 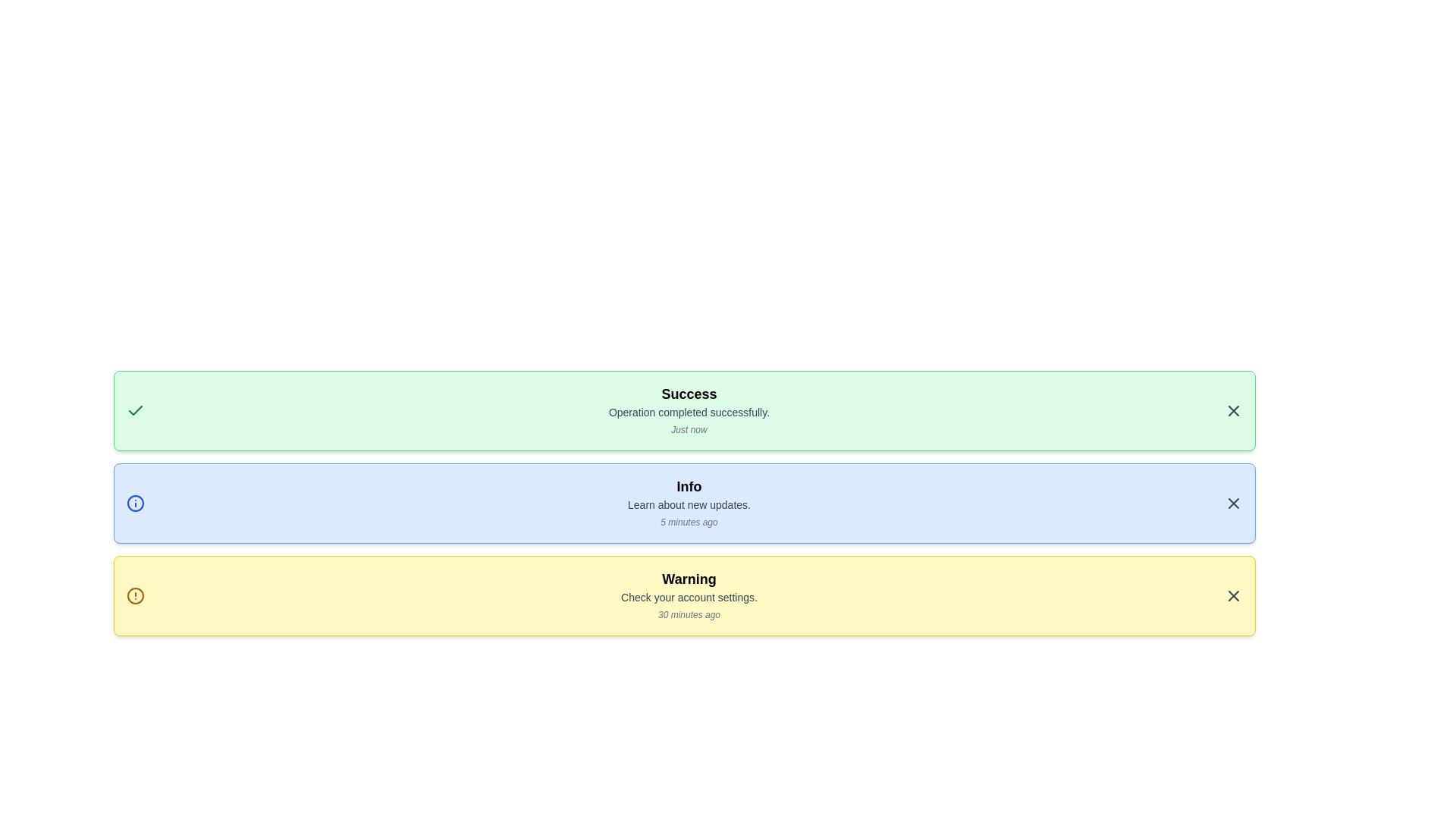 What do you see at coordinates (683, 411) in the screenshot?
I see `the notification content for success type` at bounding box center [683, 411].